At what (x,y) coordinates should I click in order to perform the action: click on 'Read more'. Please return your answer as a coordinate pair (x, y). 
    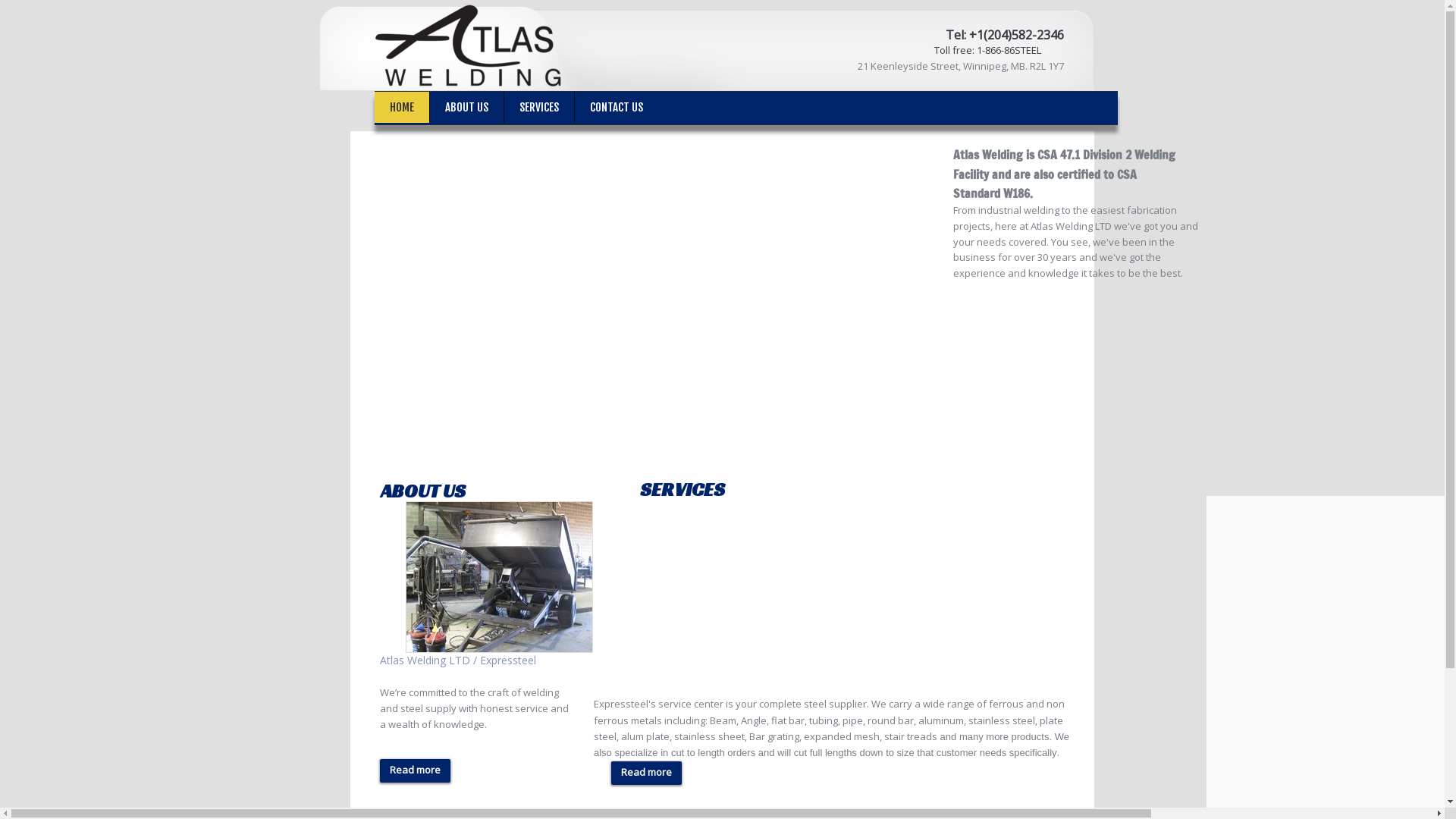
    Looking at the image, I should click on (415, 770).